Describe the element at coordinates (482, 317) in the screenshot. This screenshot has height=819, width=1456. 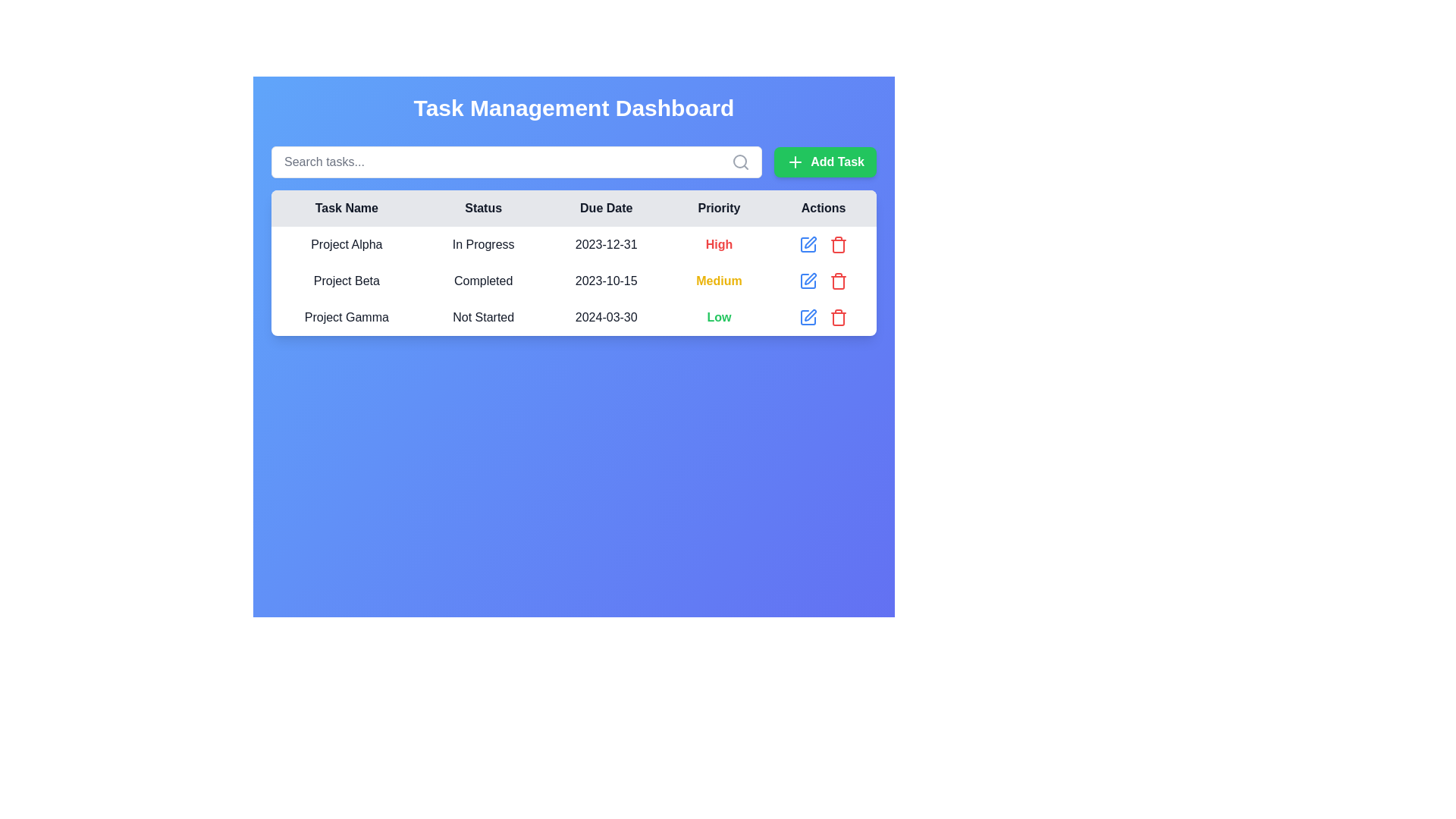
I see `the static text label indicating the status of 'Project Gamma', located in the 'Status' column of the table` at that location.